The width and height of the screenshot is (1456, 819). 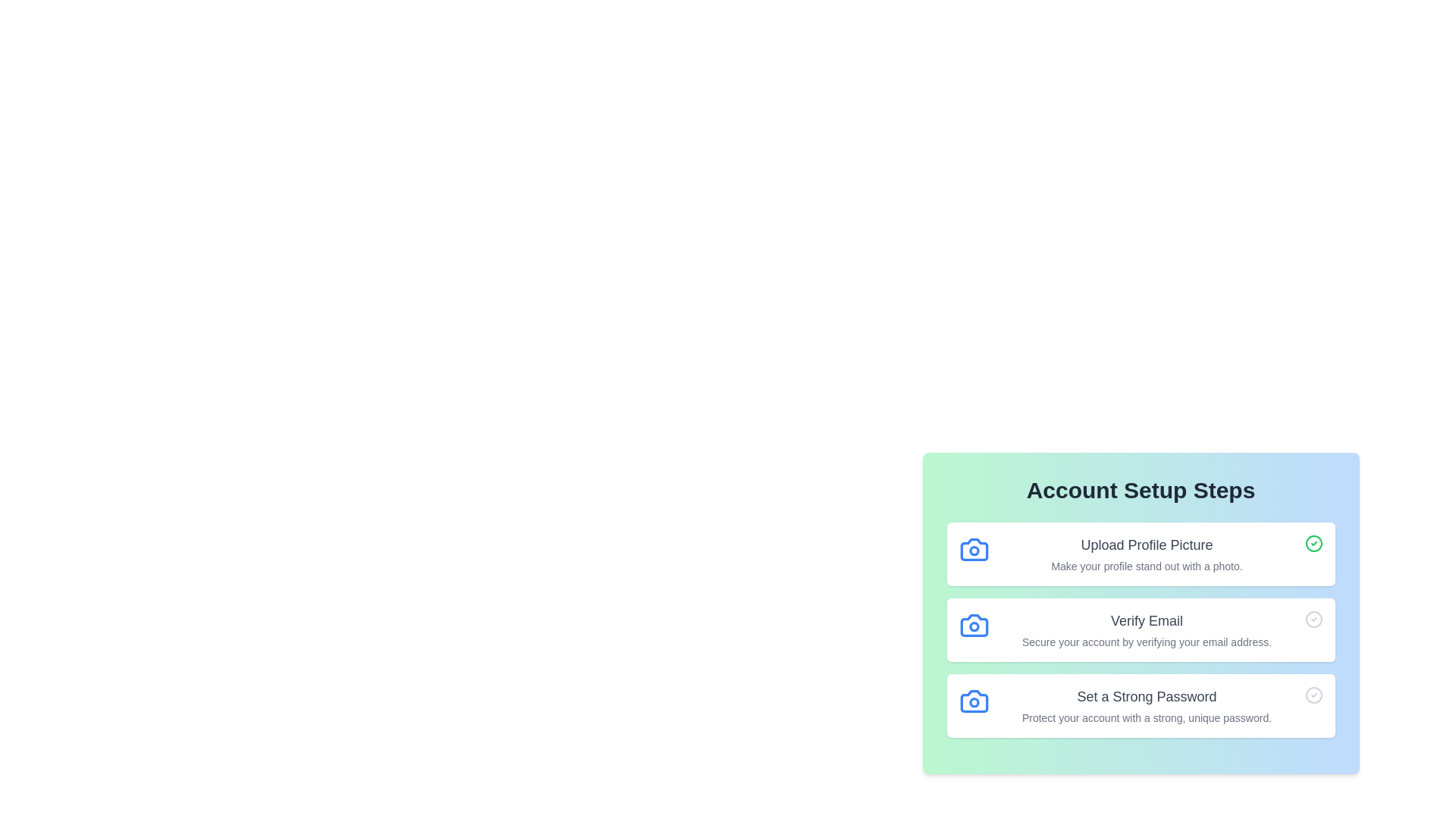 I want to click on the icon associated with the checklist item Verify Email, so click(x=974, y=626).